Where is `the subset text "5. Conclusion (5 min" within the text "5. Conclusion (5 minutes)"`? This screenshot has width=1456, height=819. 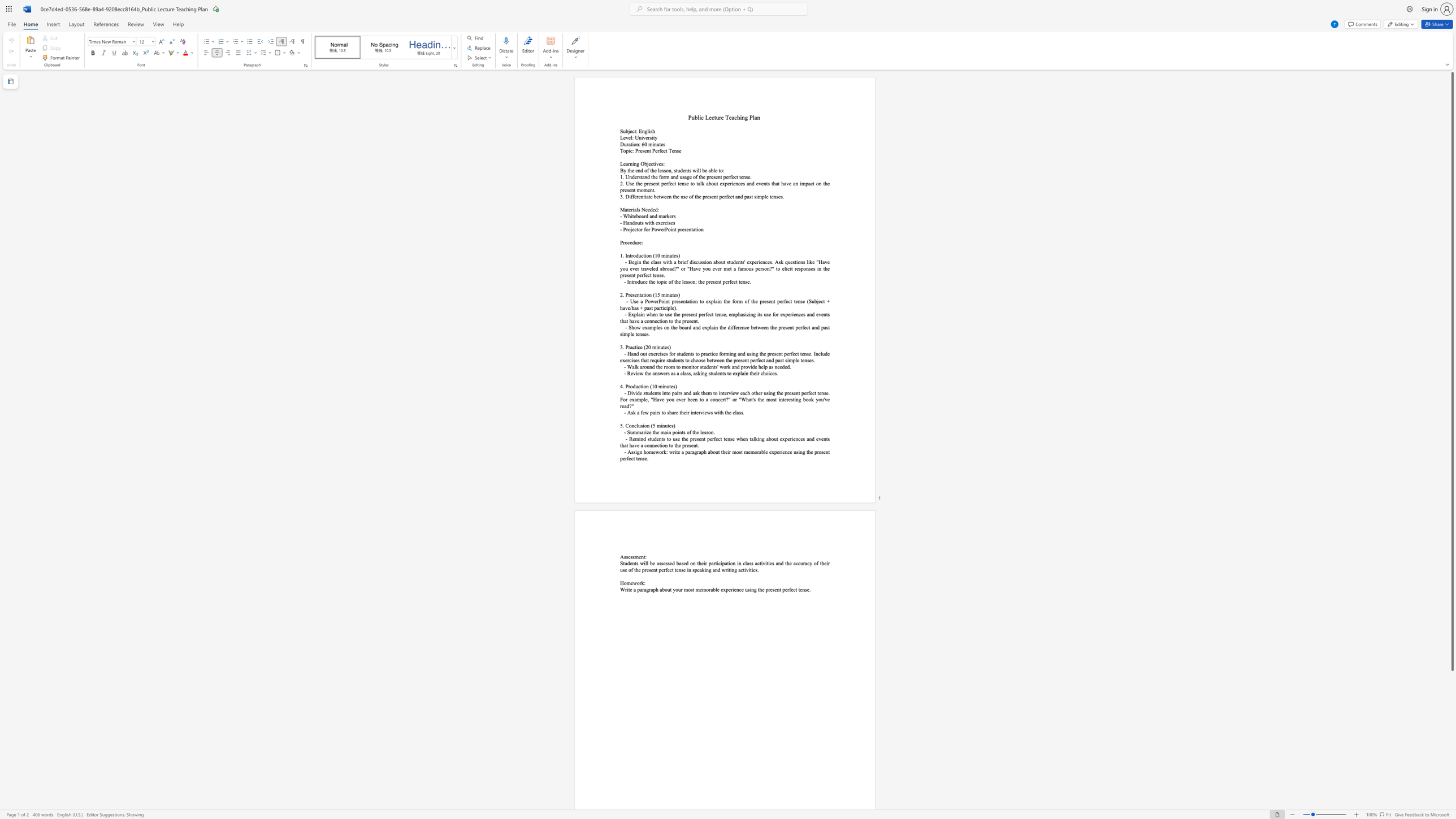 the subset text "5. Conclusion (5 min" within the text "5. Conclusion (5 minutes)" is located at coordinates (619, 425).